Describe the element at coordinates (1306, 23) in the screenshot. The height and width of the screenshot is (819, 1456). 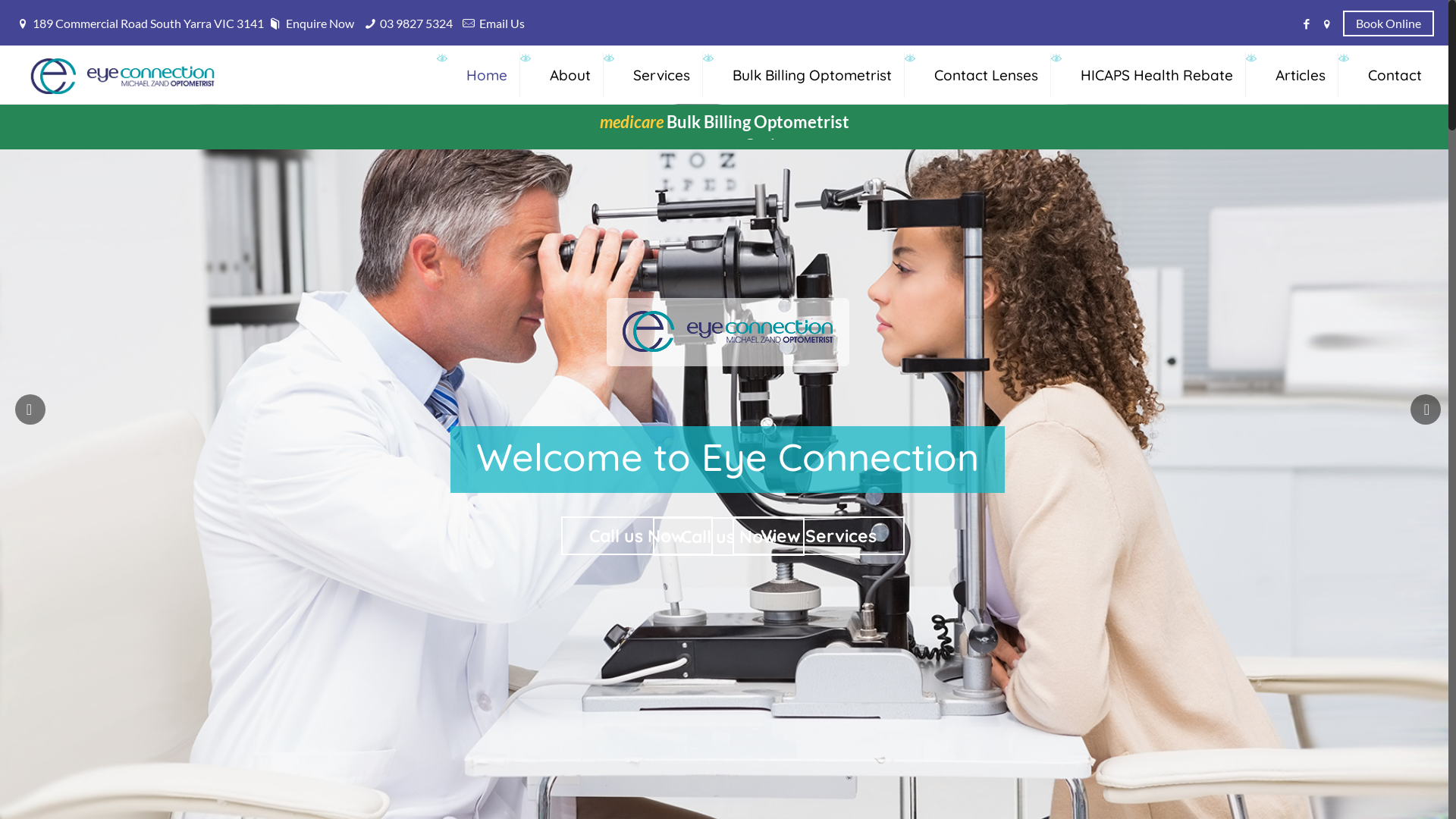
I see `'Facebook'` at that location.